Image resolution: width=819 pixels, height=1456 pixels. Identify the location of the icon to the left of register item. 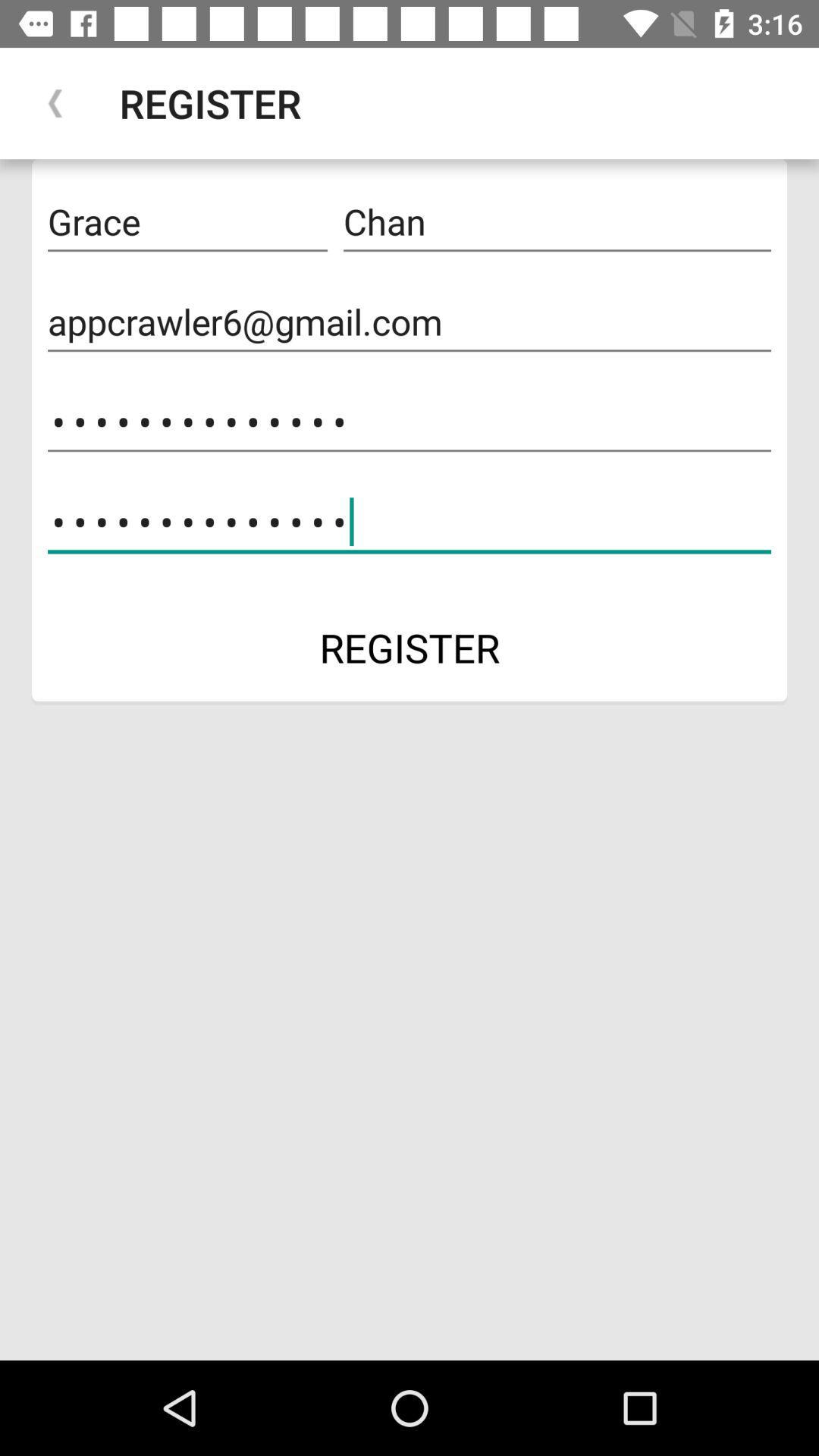
(55, 102).